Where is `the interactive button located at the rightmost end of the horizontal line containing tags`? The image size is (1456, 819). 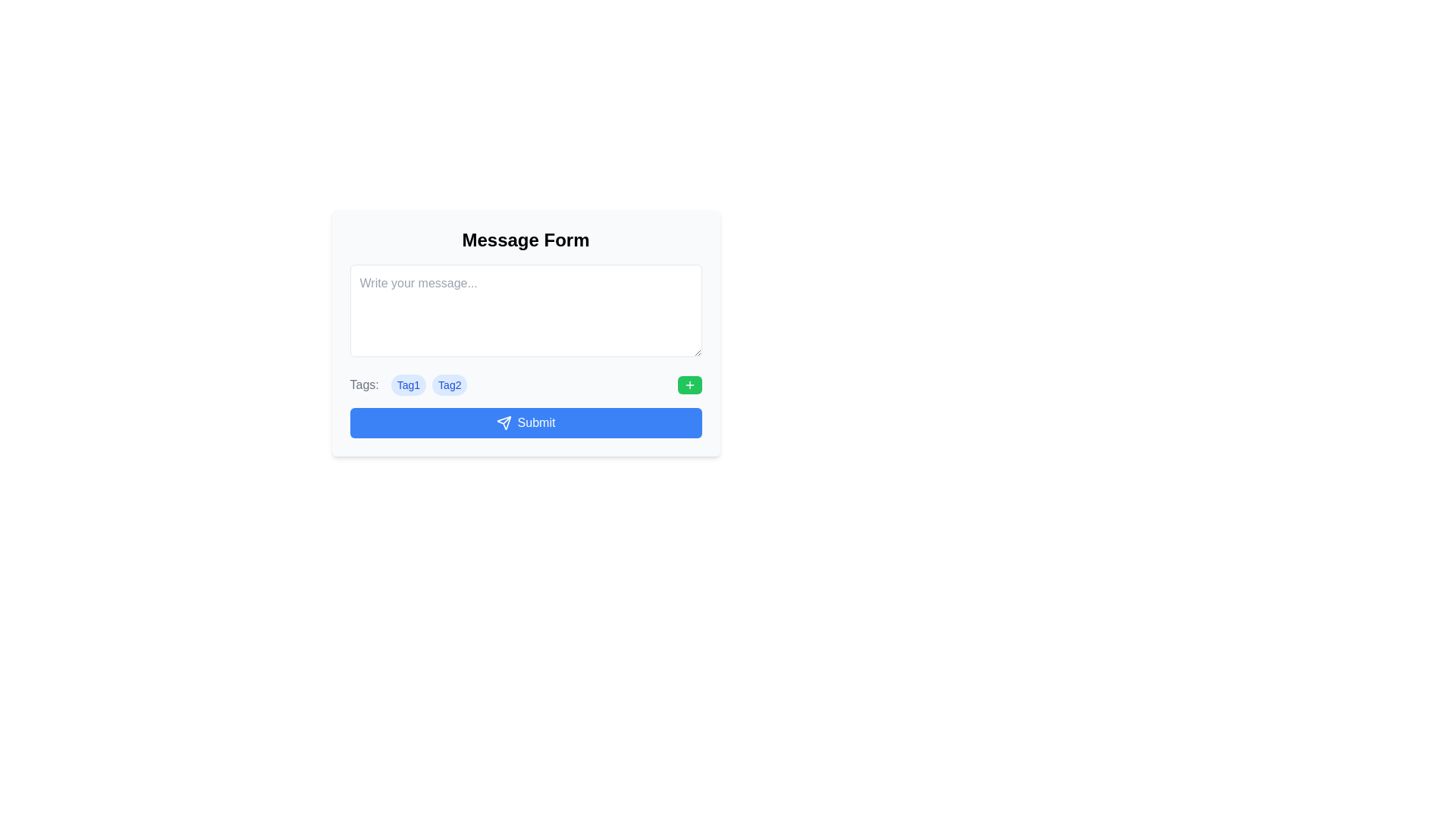
the interactive button located at the rightmost end of the horizontal line containing tags is located at coordinates (689, 384).